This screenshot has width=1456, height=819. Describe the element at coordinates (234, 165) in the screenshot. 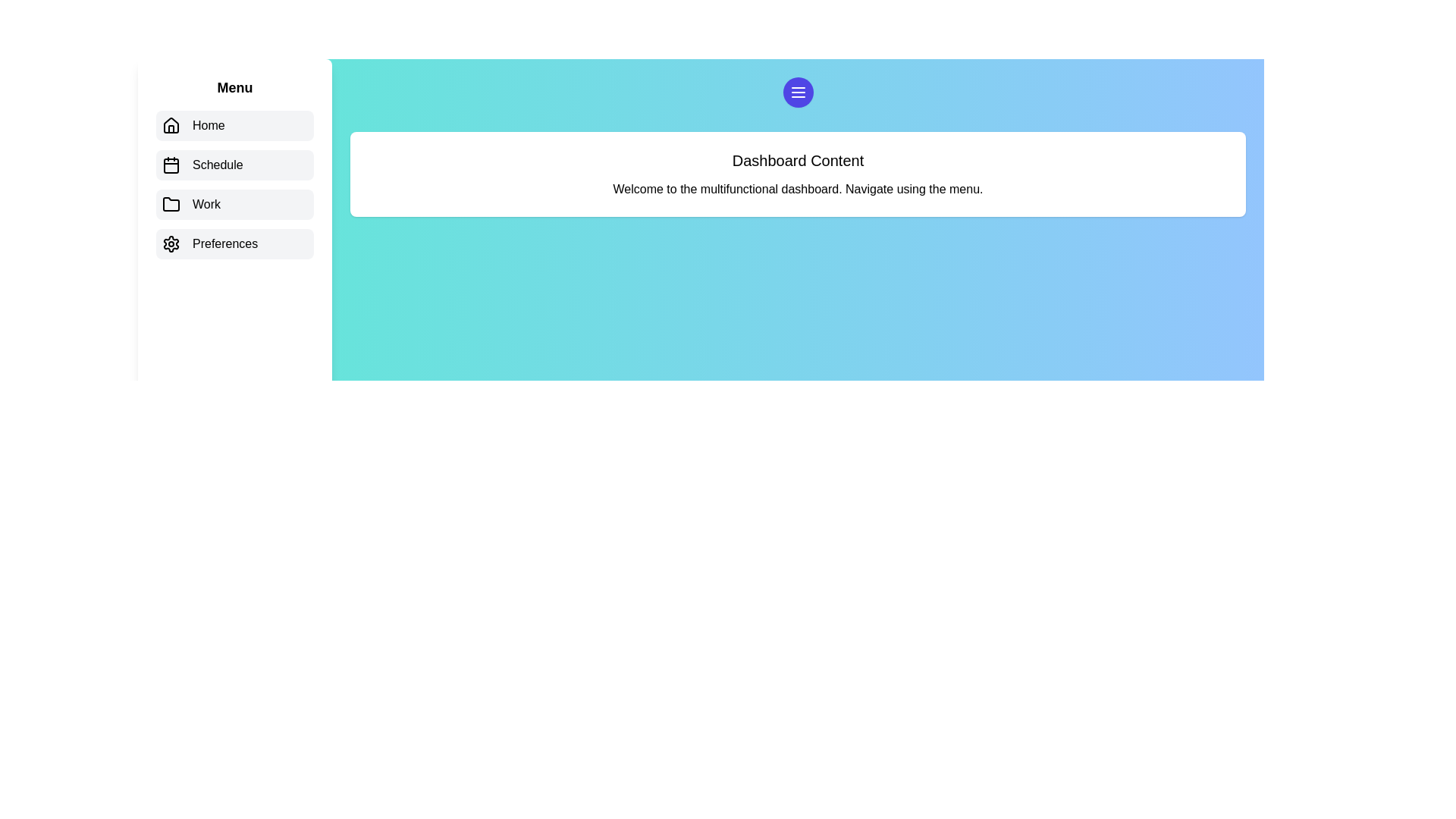

I see `the menu item corresponding to Schedule` at that location.